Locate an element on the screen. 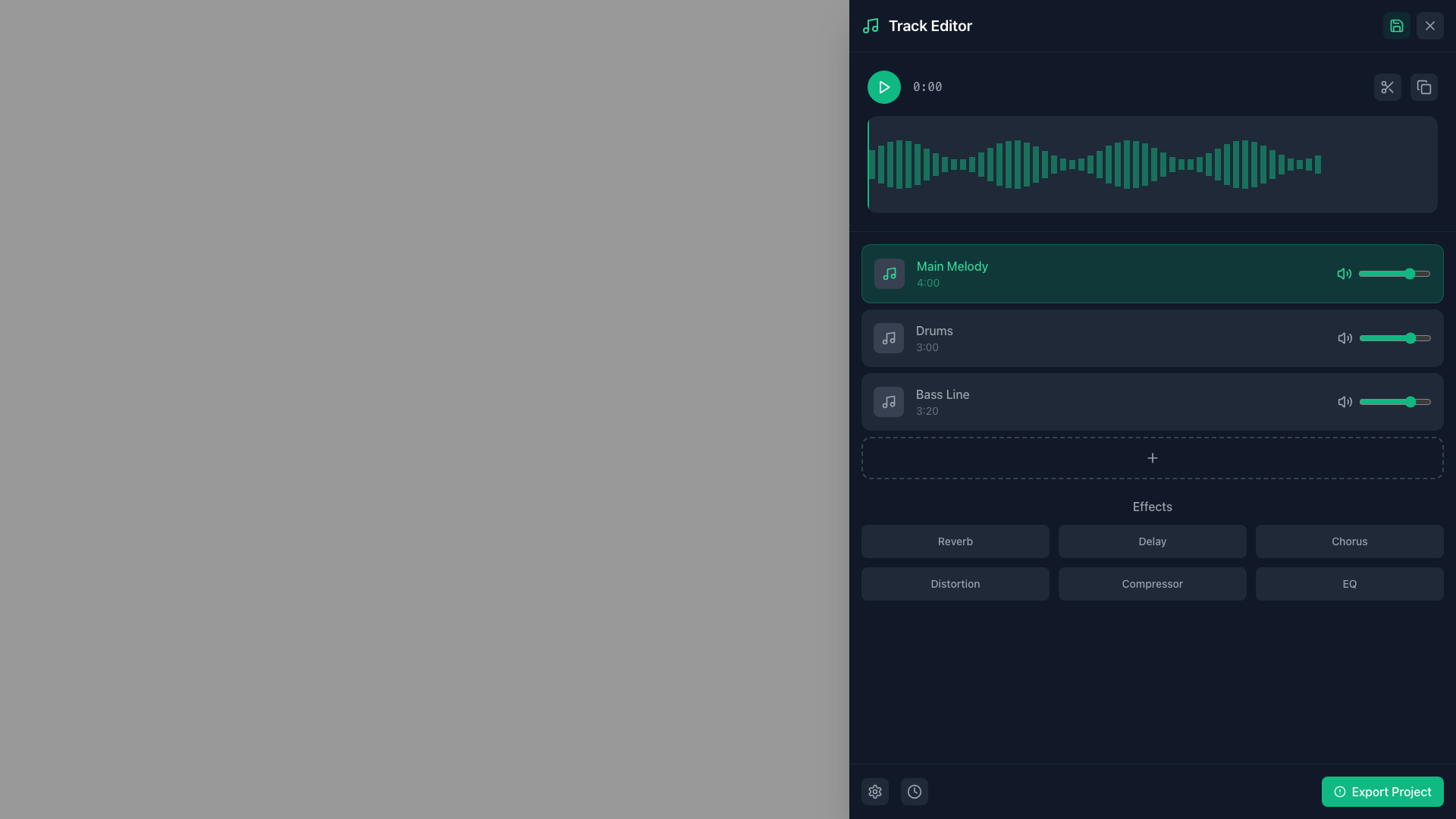 This screenshot has height=819, width=1456. the export button located at the bottom-right corner of the interface is located at coordinates (1153, 791).